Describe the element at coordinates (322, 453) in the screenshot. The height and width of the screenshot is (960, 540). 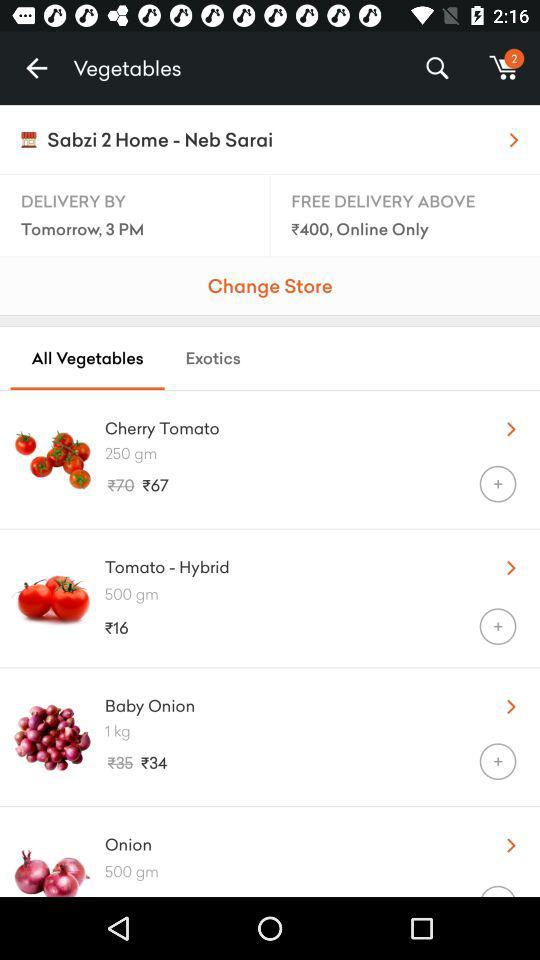
I see `icon below u item` at that location.